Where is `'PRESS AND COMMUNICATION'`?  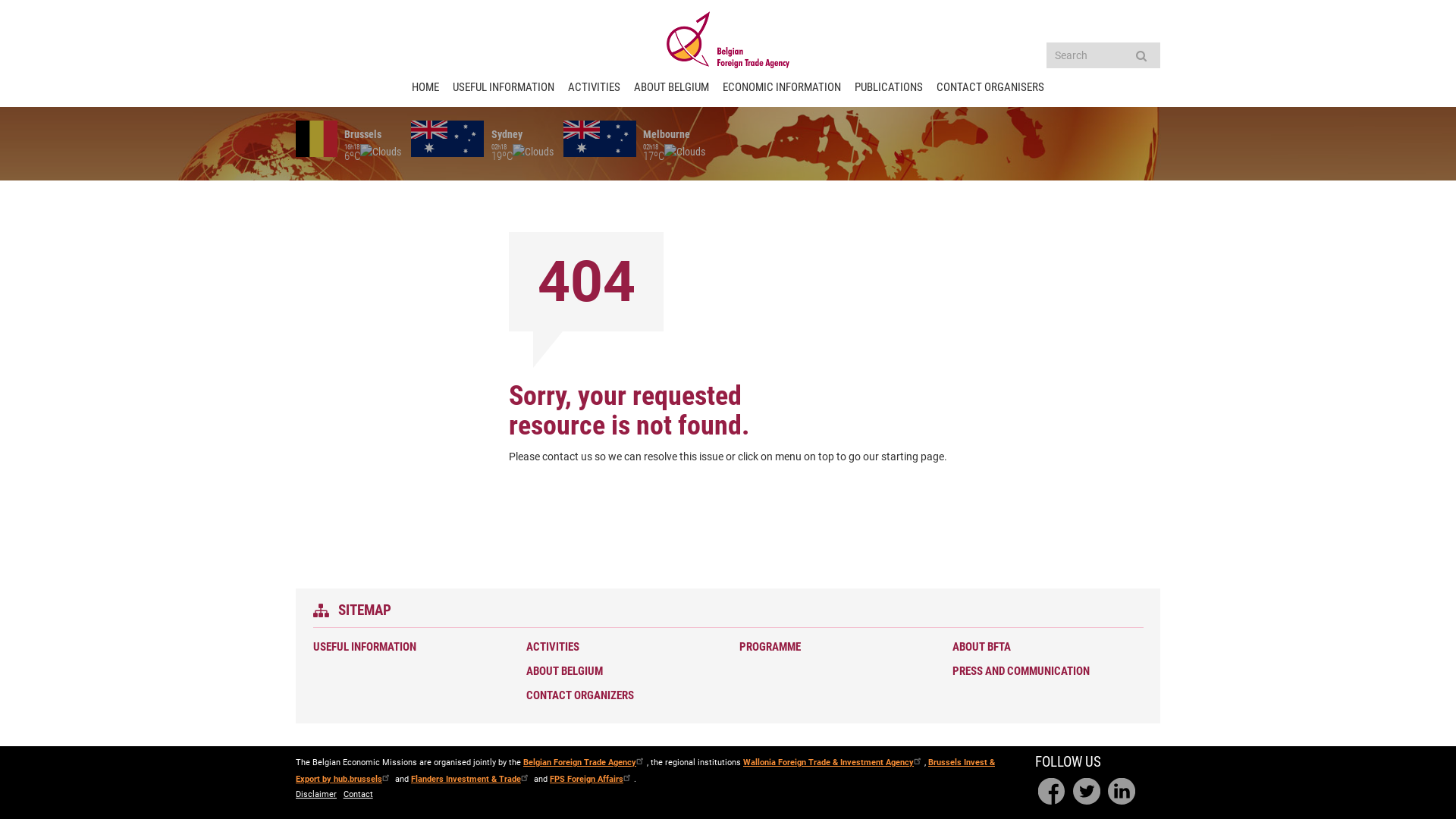
'PRESS AND COMMUNICATION' is located at coordinates (952, 670).